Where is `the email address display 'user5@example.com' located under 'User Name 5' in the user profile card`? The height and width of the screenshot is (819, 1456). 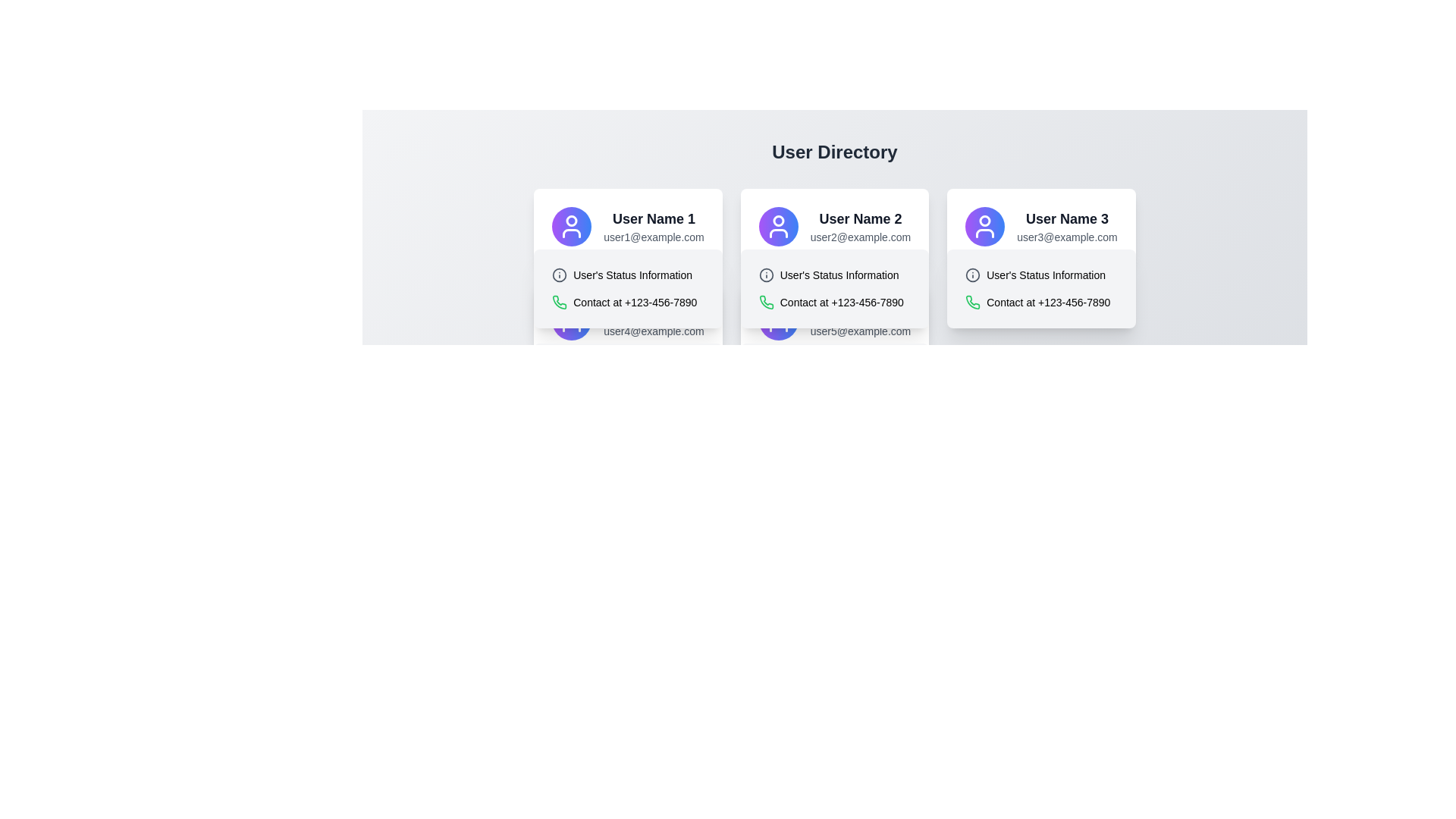 the email address display 'user5@example.com' located under 'User Name 5' in the user profile card is located at coordinates (860, 330).